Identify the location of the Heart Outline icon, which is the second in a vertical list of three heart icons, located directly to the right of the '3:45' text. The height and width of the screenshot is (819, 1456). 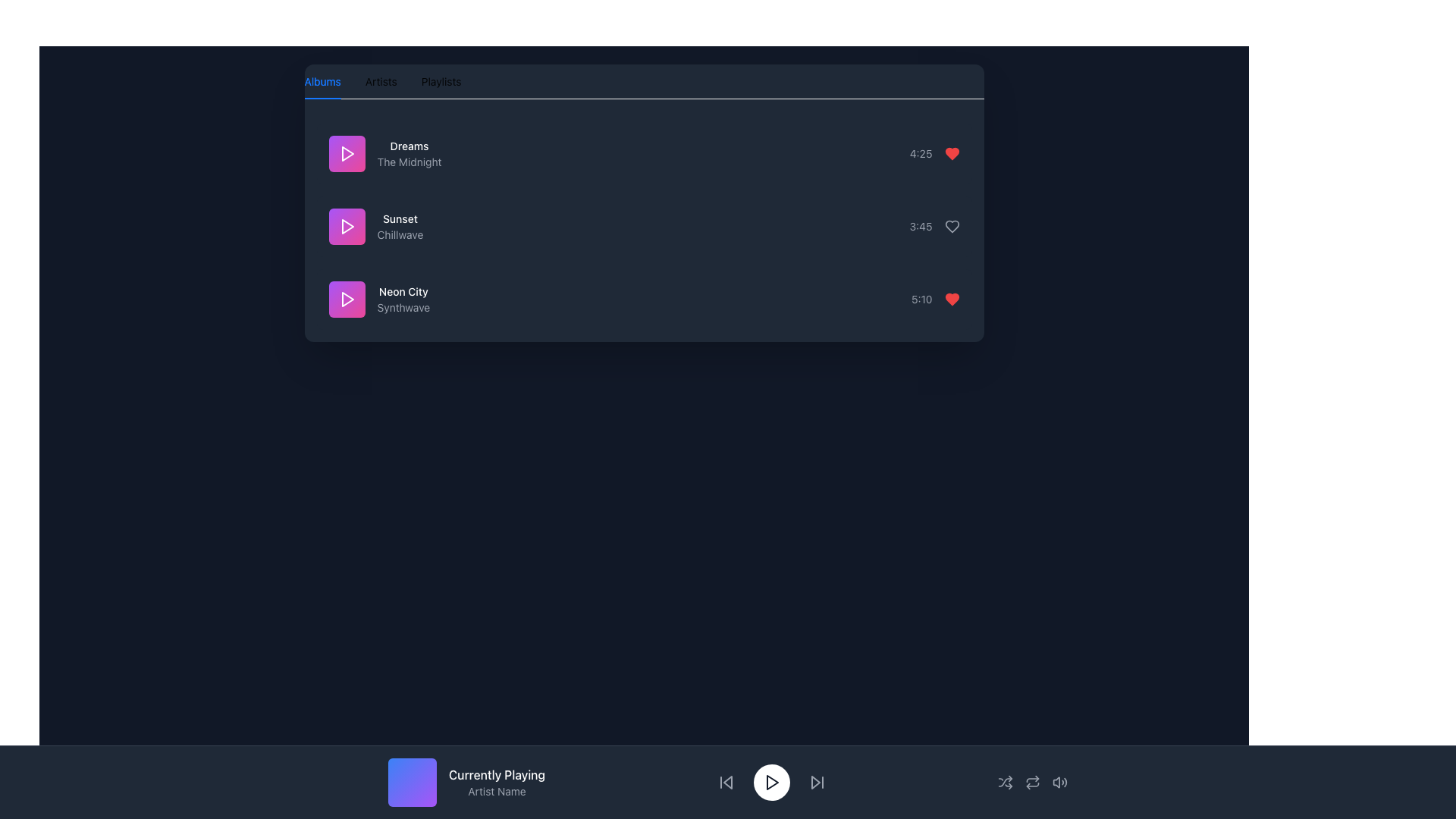
(951, 227).